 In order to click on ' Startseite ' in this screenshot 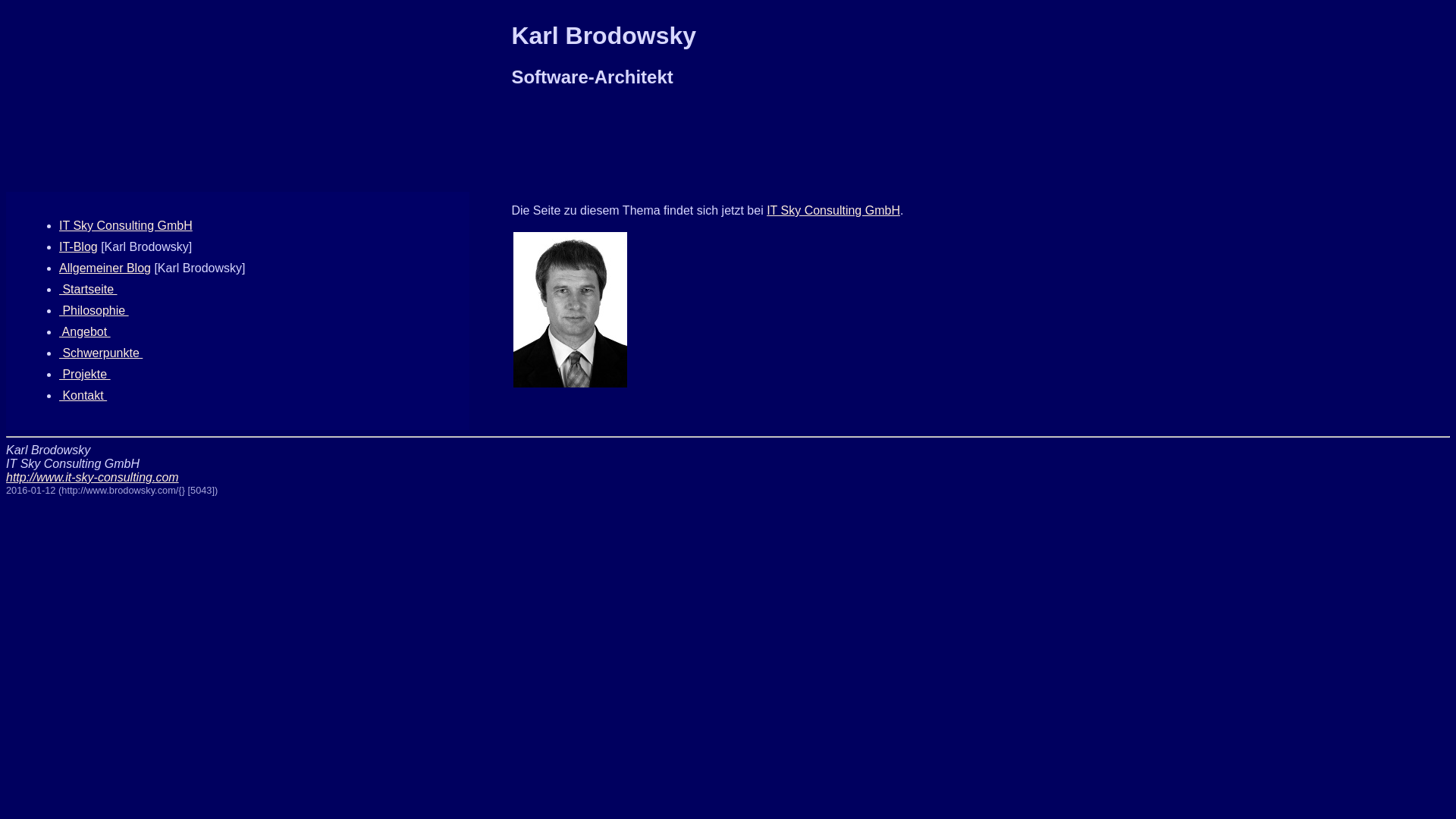, I will do `click(86, 289)`.